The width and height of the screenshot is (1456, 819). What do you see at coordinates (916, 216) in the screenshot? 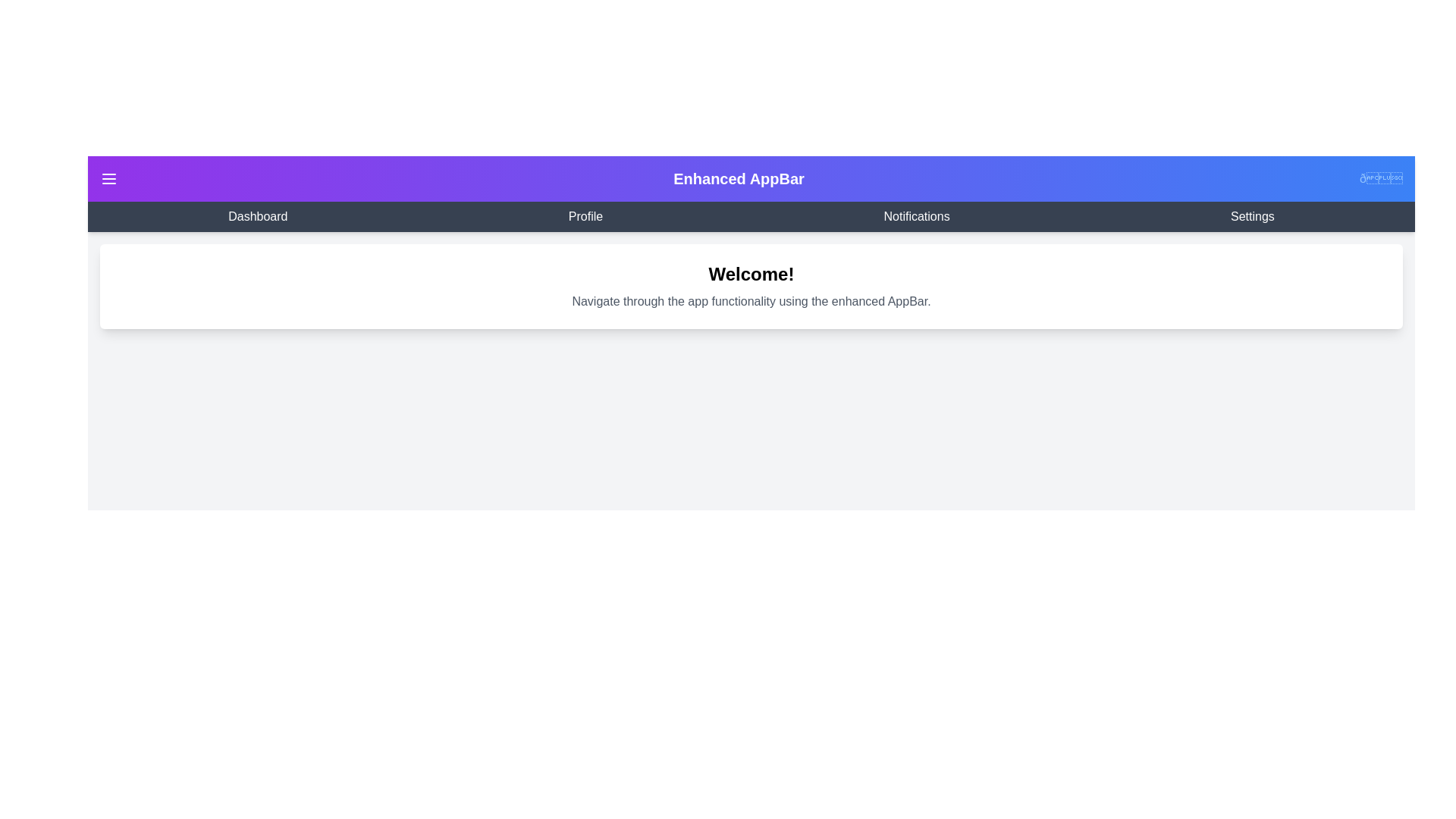
I see `the navigation link Notifications` at bounding box center [916, 216].